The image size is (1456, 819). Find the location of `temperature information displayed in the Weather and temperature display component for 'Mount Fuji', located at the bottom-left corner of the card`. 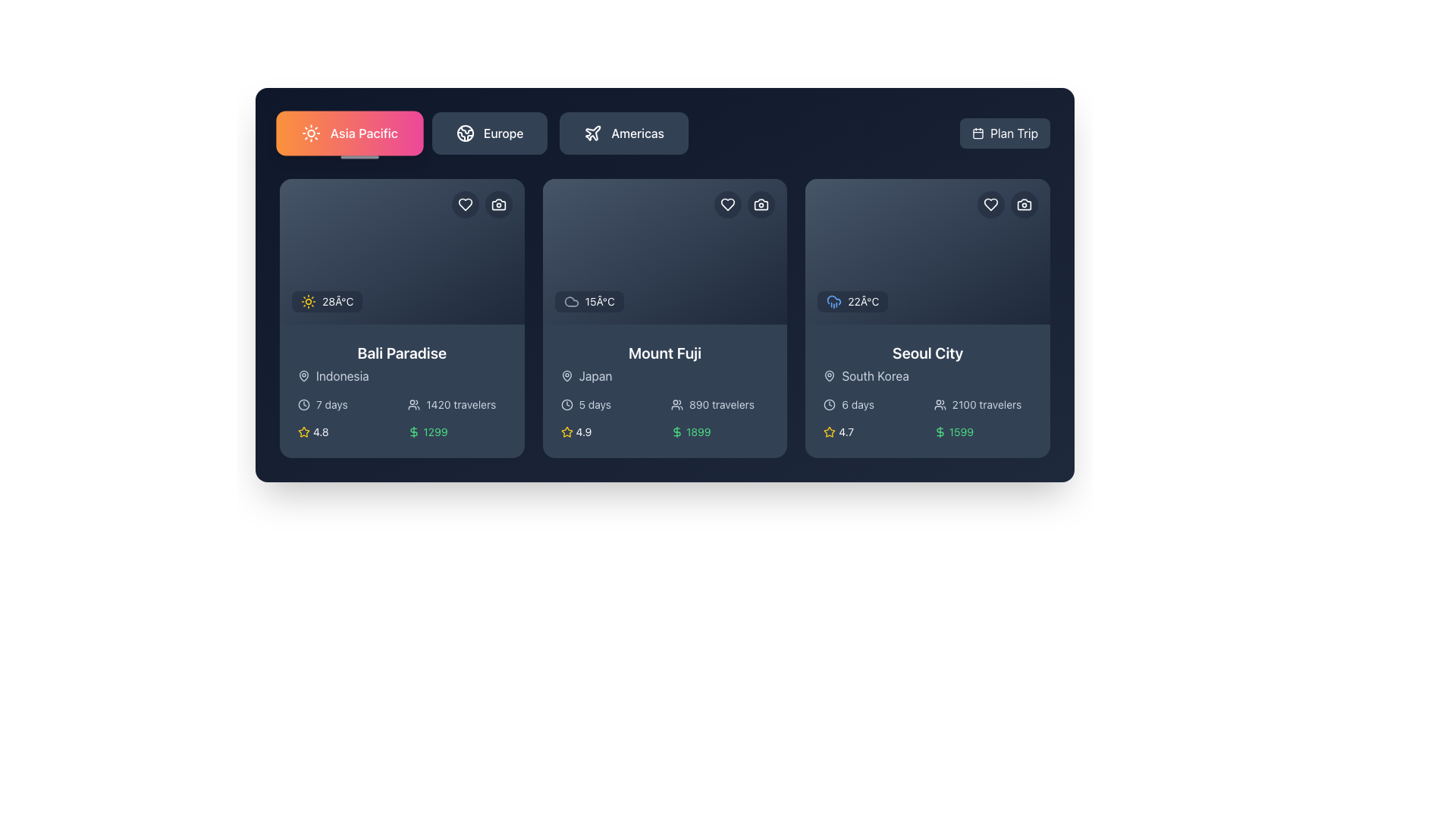

temperature information displayed in the Weather and temperature display component for 'Mount Fuji', located at the bottom-left corner of the card is located at coordinates (588, 301).